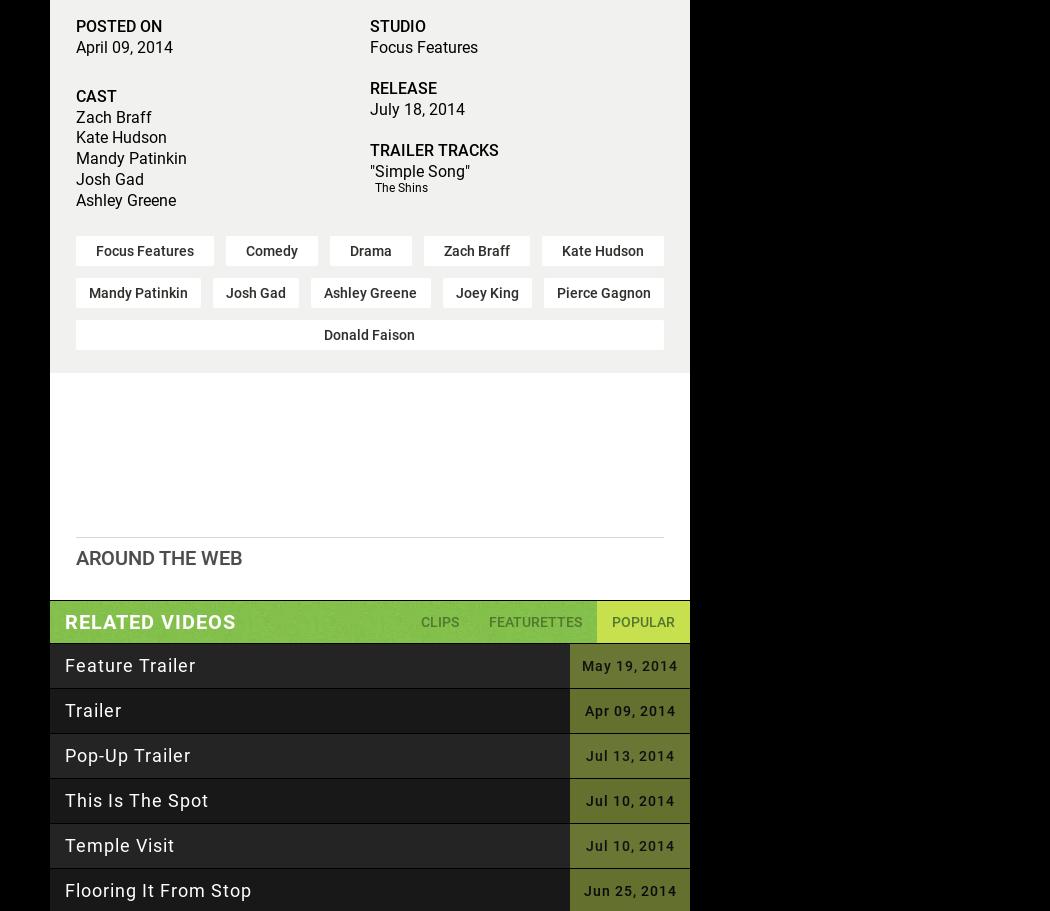  Describe the element at coordinates (369, 291) in the screenshot. I see `'Ashley Greene'` at that location.